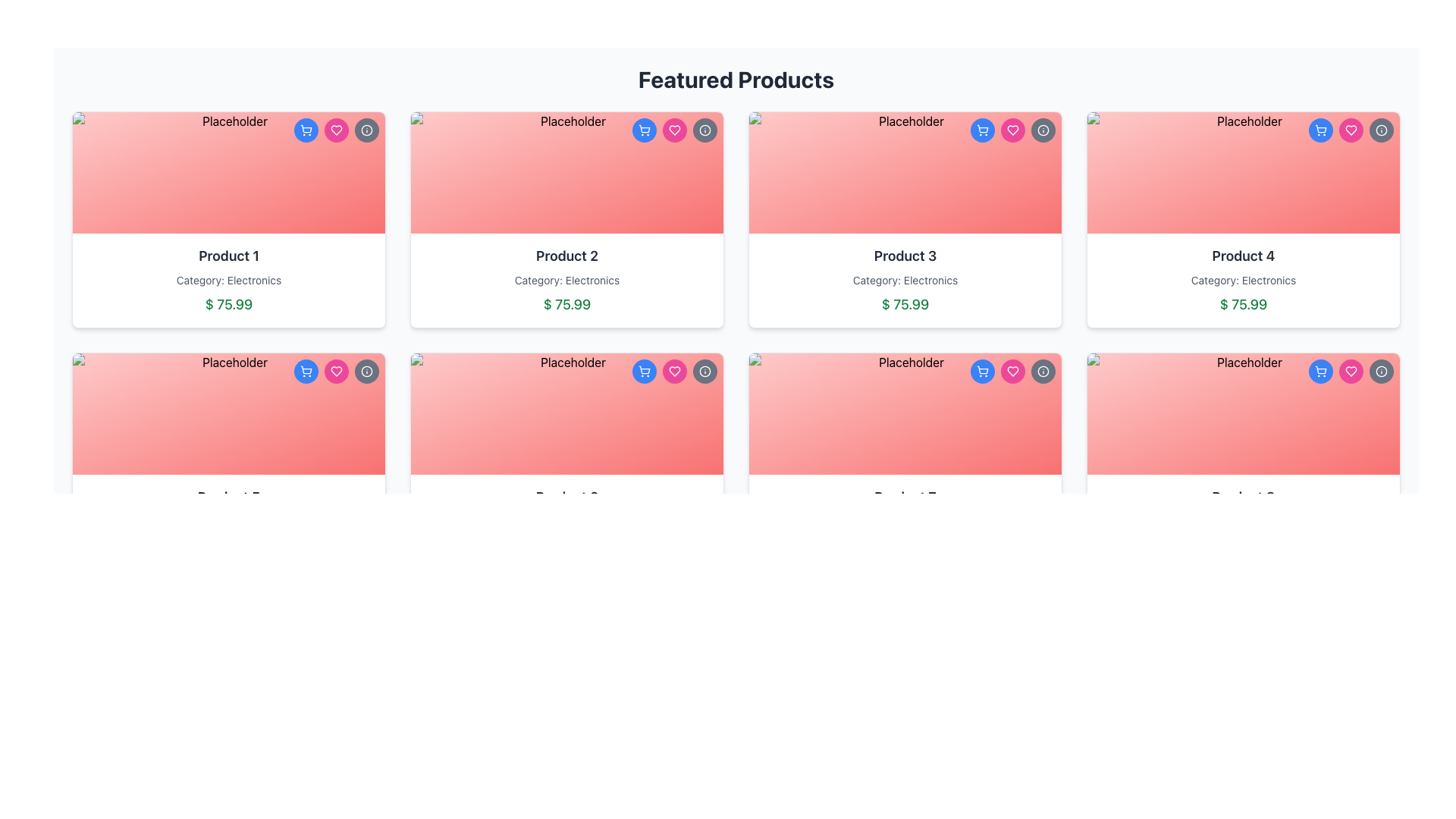  I want to click on the circular icon button with a lowercase 'i' in the center, which is located in the top-right corner of the Product 2 card, so click(704, 130).